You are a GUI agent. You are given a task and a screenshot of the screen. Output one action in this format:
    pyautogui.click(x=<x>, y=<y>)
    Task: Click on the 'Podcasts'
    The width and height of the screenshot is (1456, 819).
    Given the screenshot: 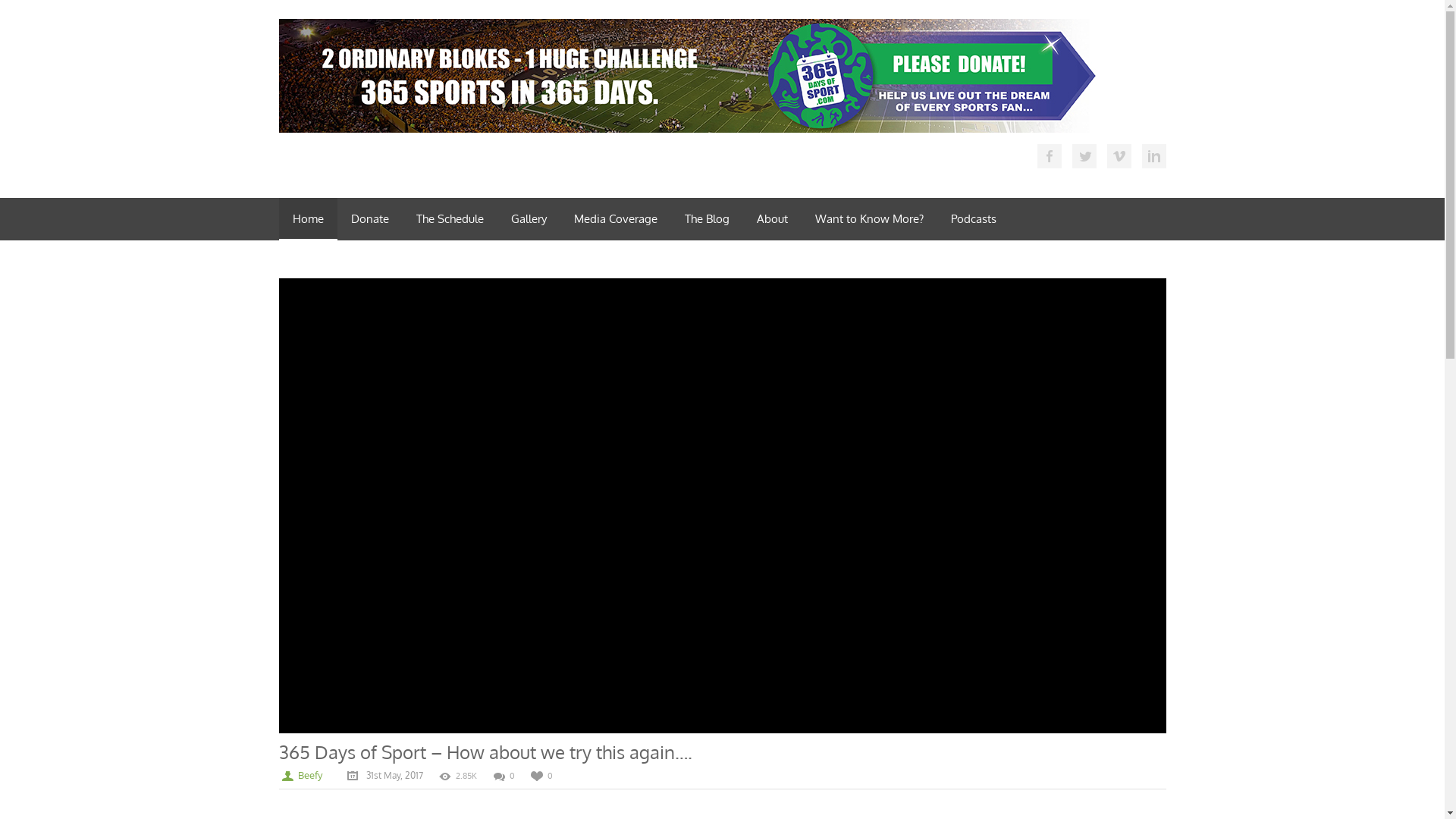 What is the action you would take?
    pyautogui.click(x=973, y=219)
    